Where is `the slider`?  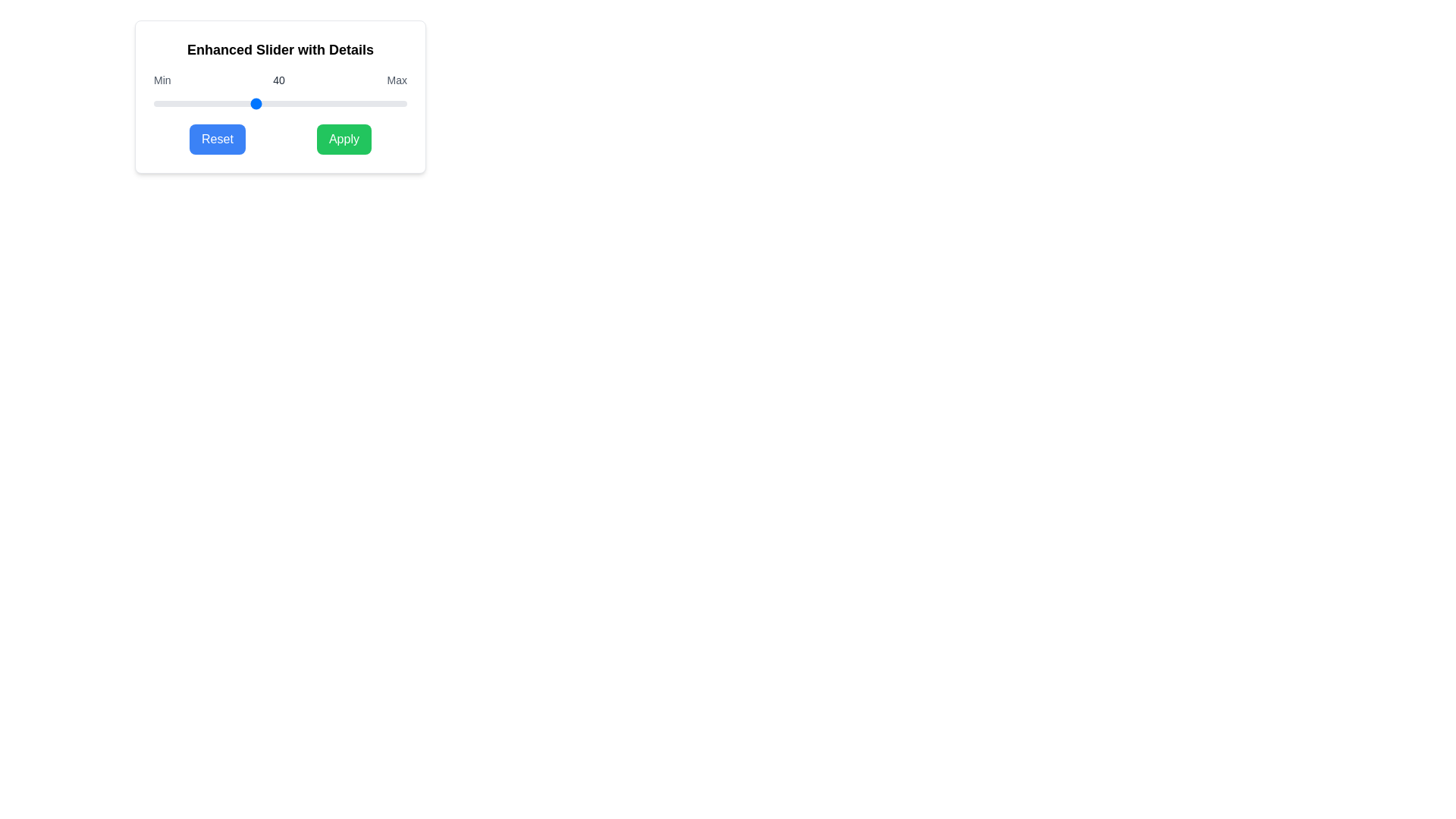
the slider is located at coordinates (400, 103).